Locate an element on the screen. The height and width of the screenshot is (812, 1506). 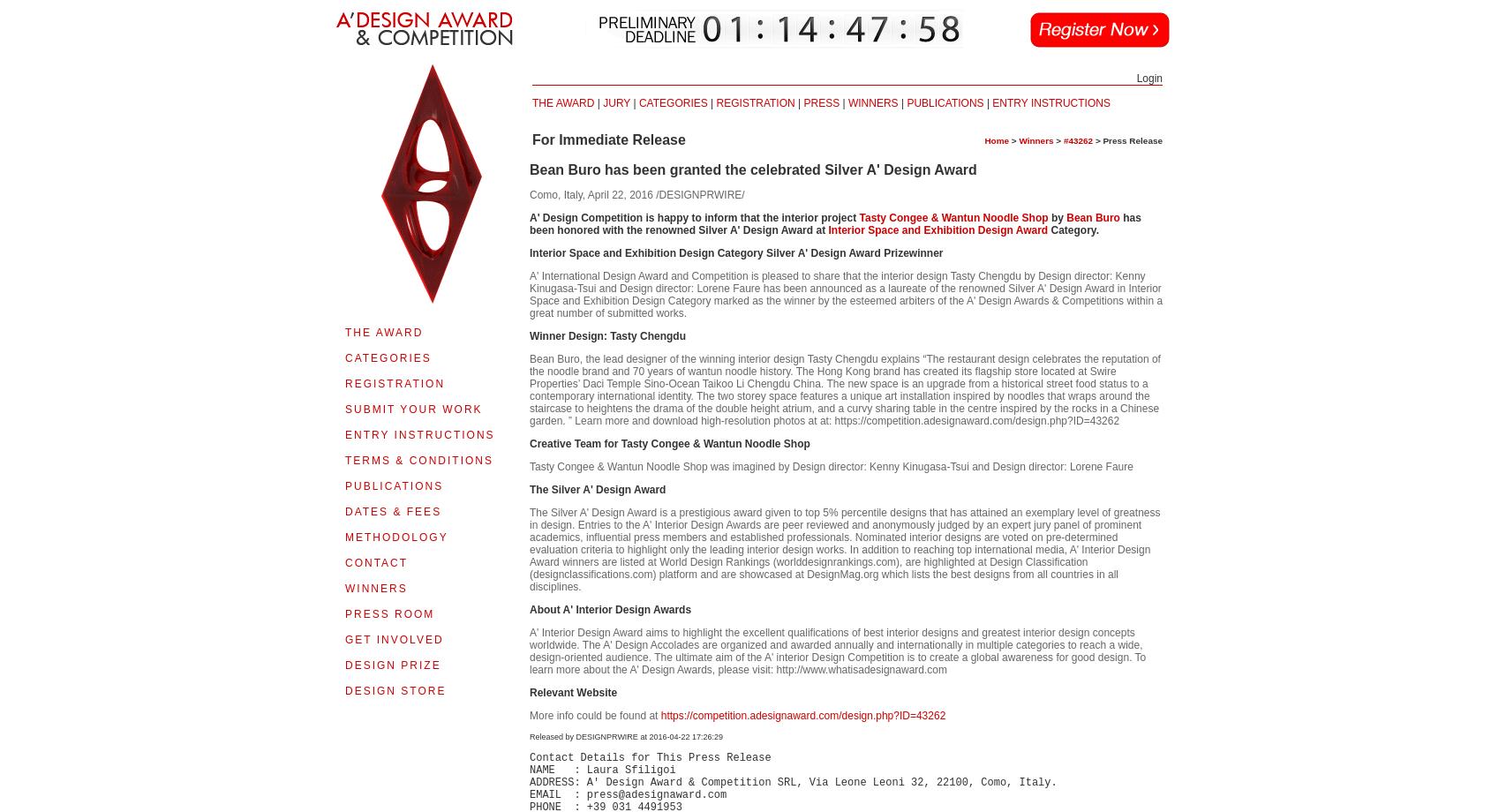
'Winner Design: Tasty Chengdu' is located at coordinates (606, 335).